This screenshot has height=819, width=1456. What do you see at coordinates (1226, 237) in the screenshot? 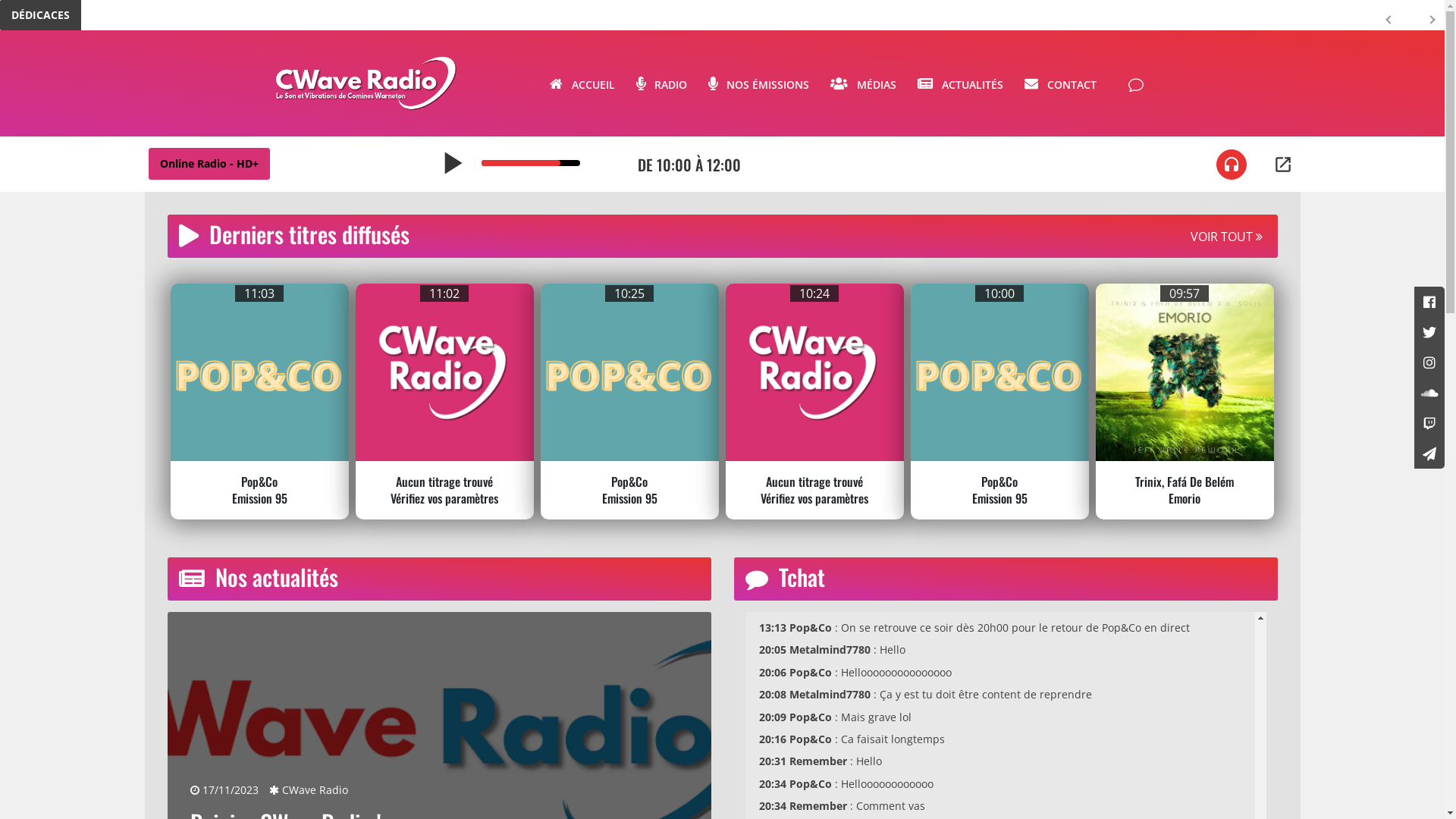
I see `'VOIR TOUT'` at bounding box center [1226, 237].